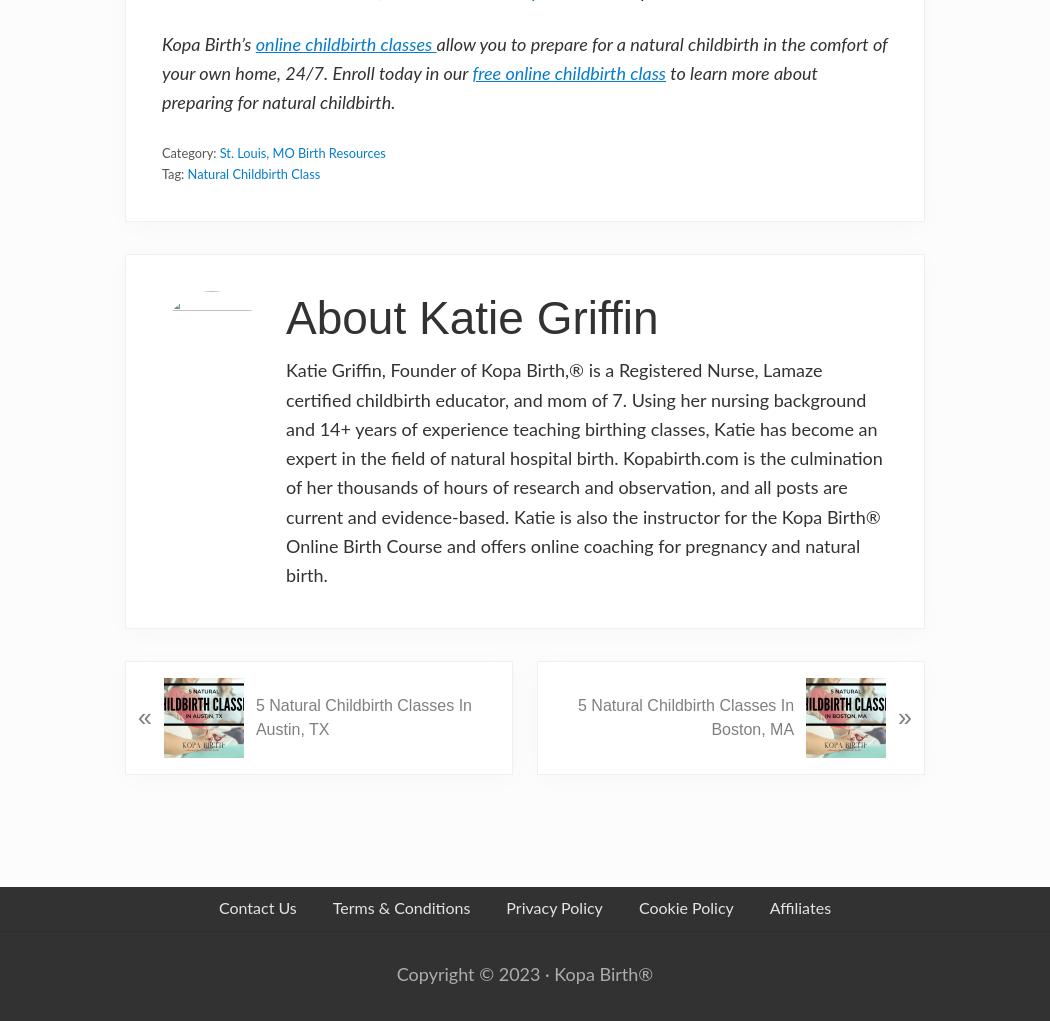  I want to click on 'to learn more about preparing for natural childbirth.', so click(488, 88).